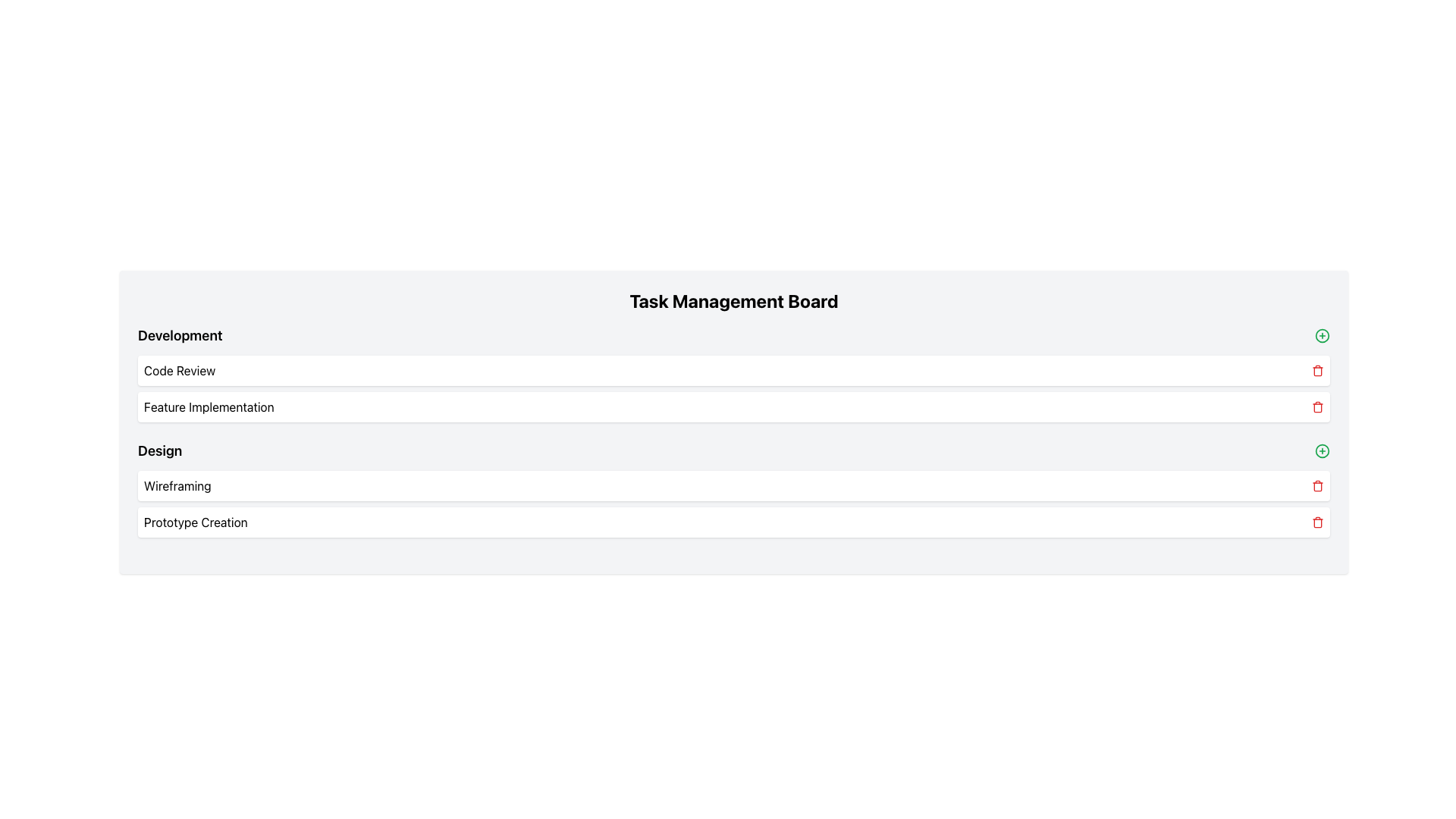 This screenshot has width=1456, height=819. I want to click on the text label that displays the title of a specific task or feature within the 'Development' section, located below 'Code Review', so click(208, 406).